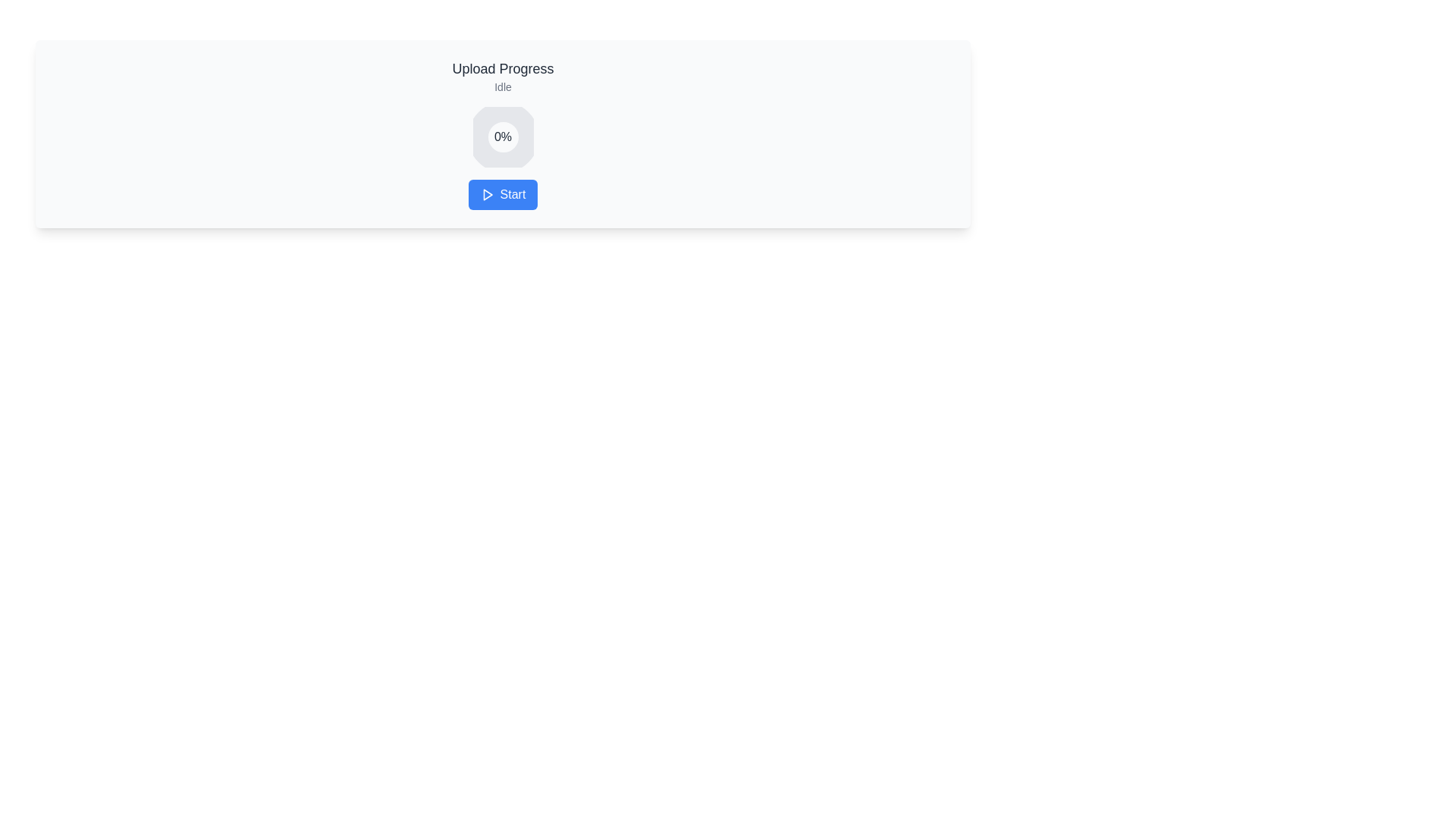 The image size is (1456, 819). What do you see at coordinates (503, 87) in the screenshot?
I see `text content of the 'Idle' text label located beneath the 'Upload Progress' heading in the upper-center region of the interface` at bounding box center [503, 87].